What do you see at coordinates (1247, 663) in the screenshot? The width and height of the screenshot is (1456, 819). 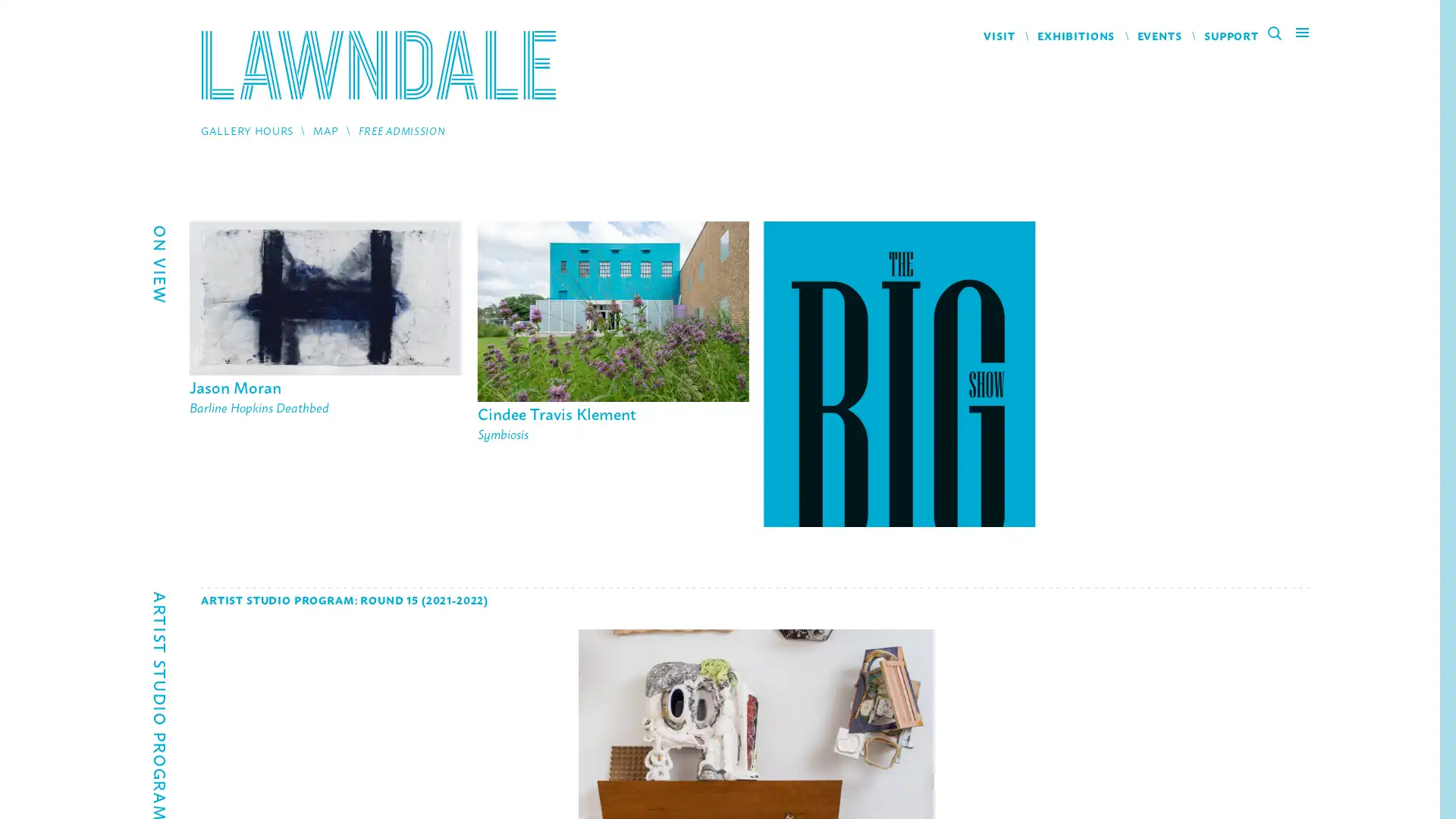 I see `Previous` at bounding box center [1247, 663].